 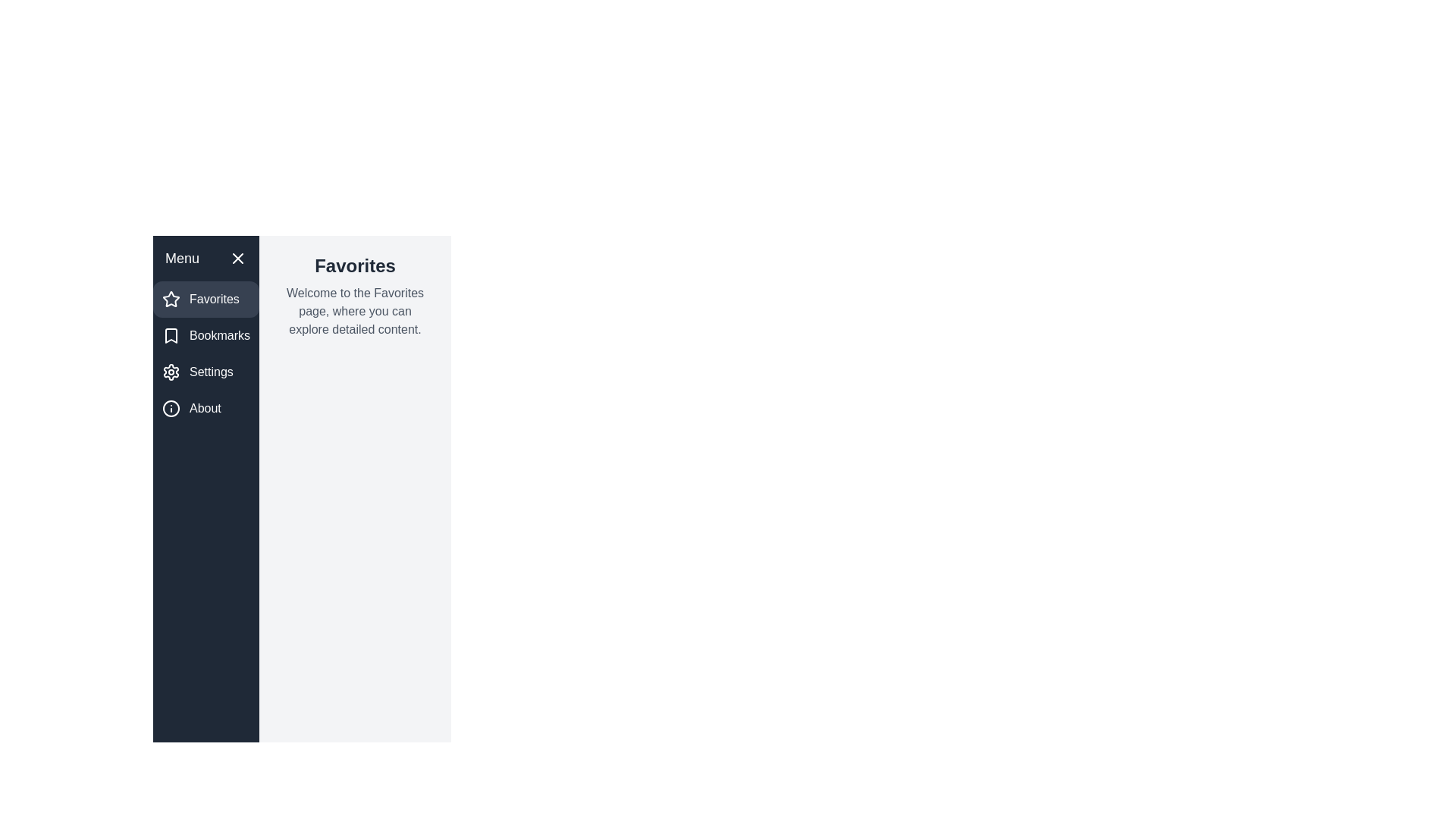 What do you see at coordinates (171, 372) in the screenshot?
I see `the gear icon representing the settings menu entry located in the sidebar menu next to the 'Settings' text` at bounding box center [171, 372].